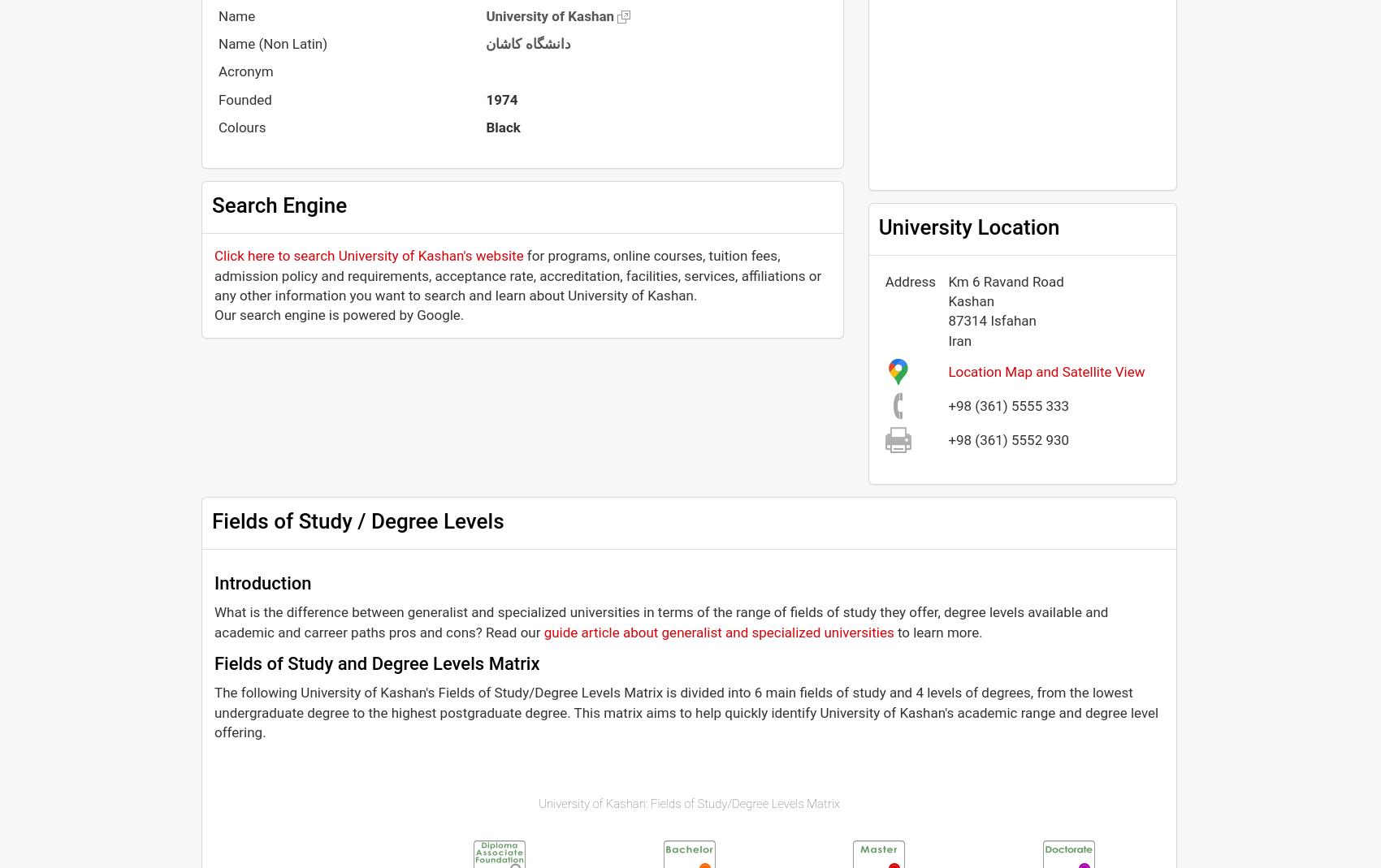 This screenshot has width=1381, height=868. I want to click on 'University Location', so click(968, 226).